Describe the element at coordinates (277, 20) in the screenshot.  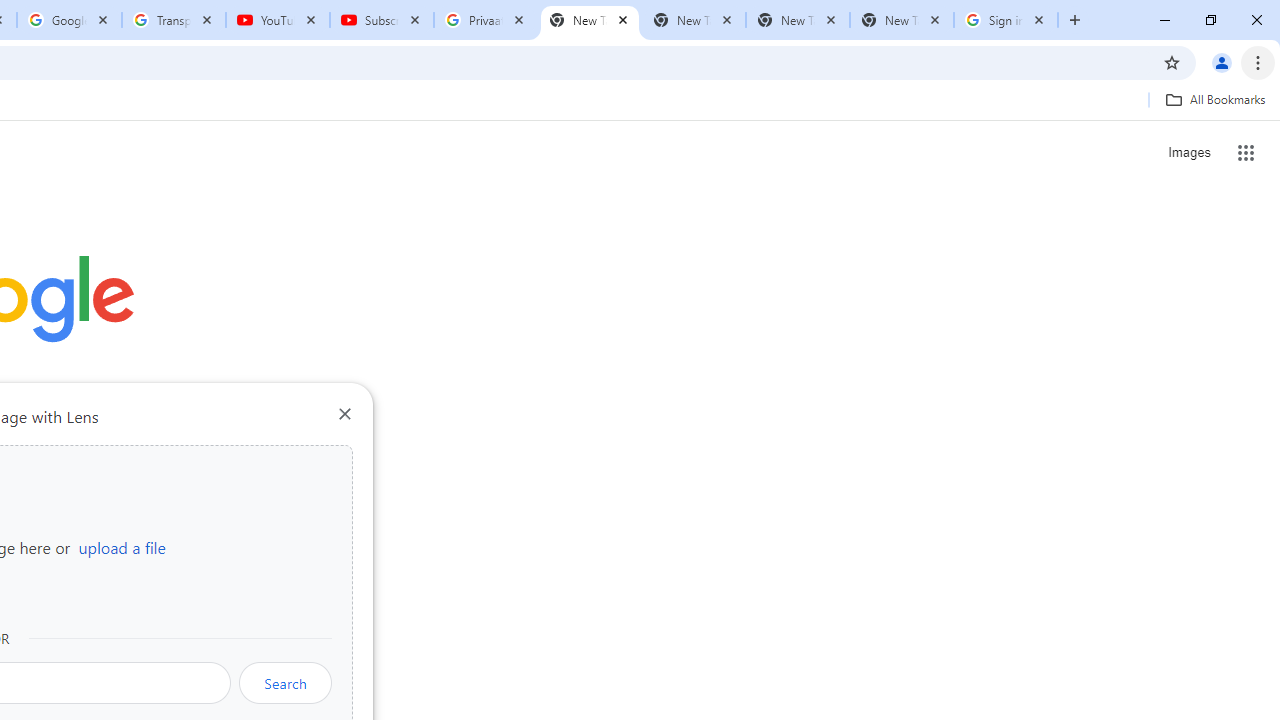
I see `'YouTube'` at that location.